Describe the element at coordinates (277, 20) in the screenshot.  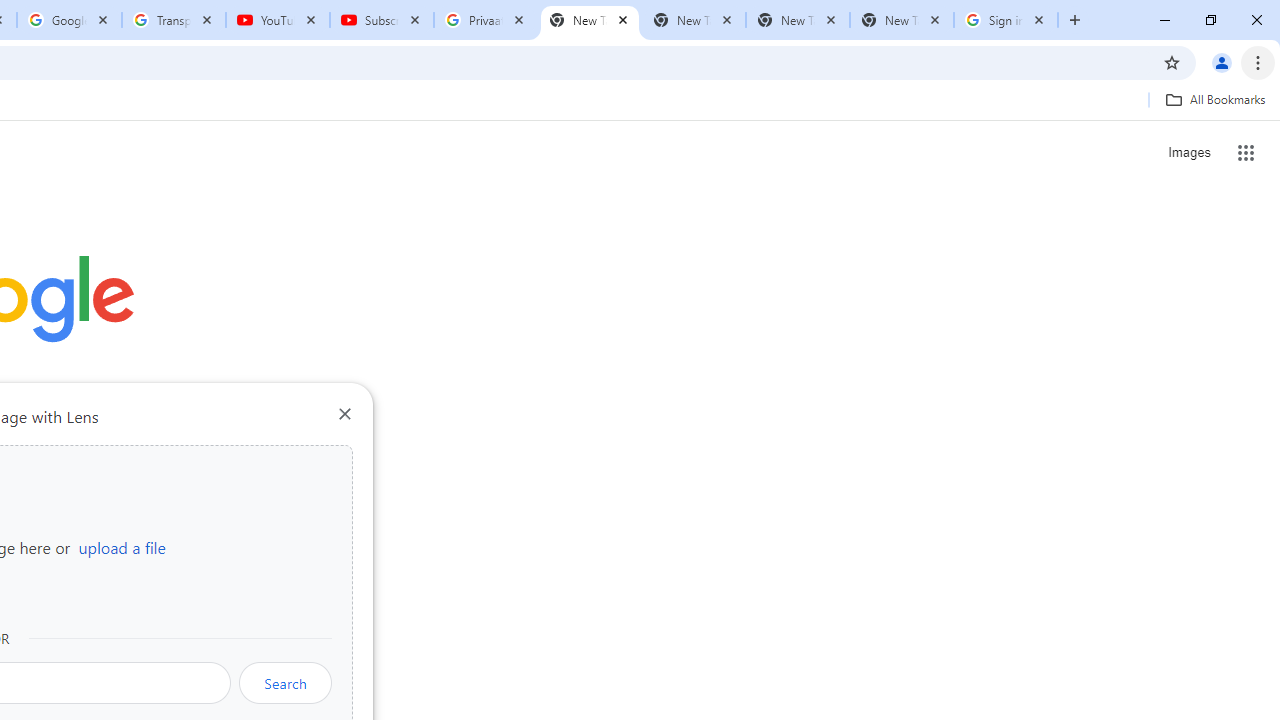
I see `'YouTube'` at that location.